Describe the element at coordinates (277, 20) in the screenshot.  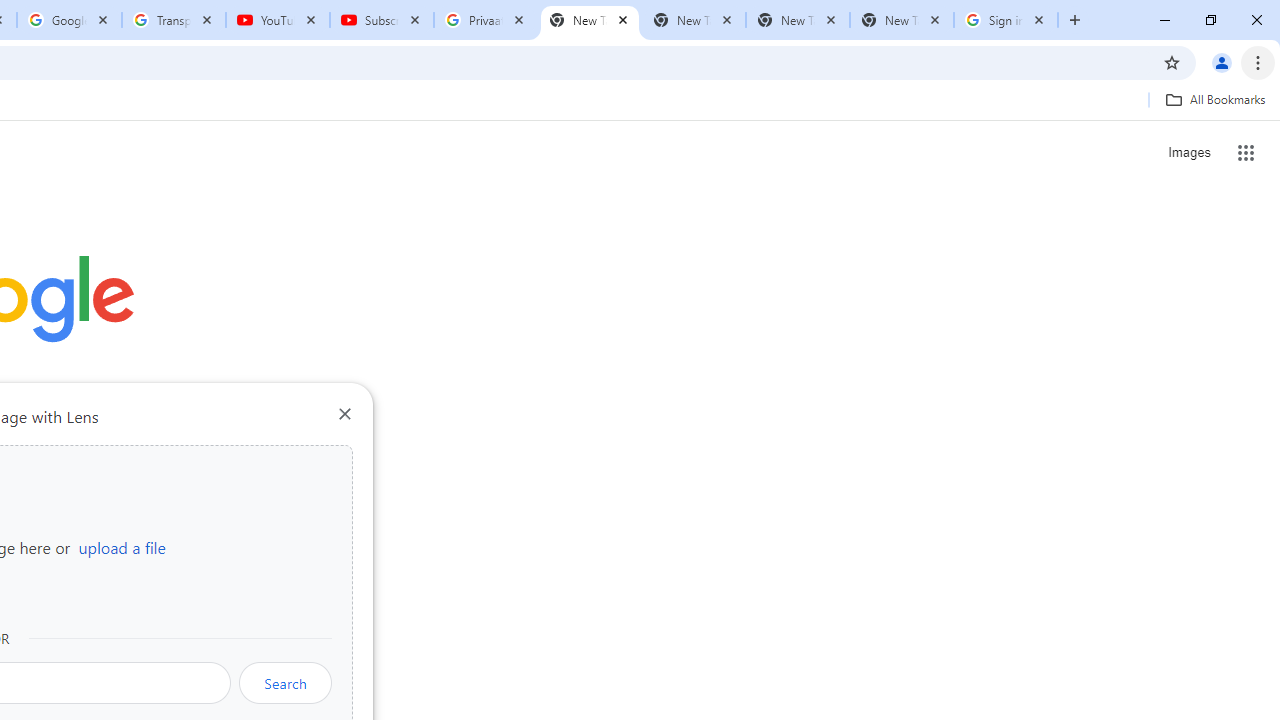
I see `'YouTube'` at that location.